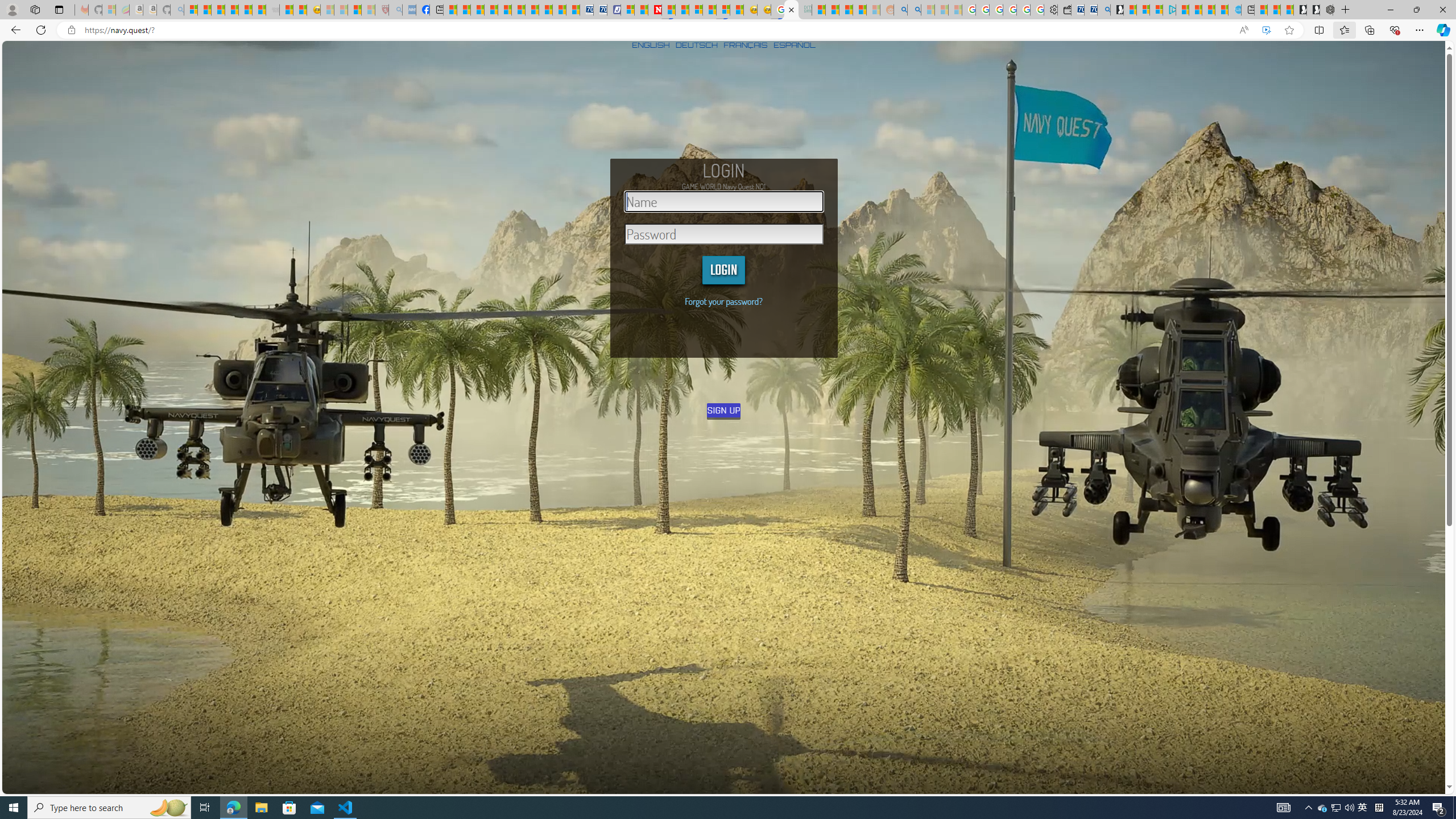 This screenshot has height=819, width=1456. What do you see at coordinates (1234, 9) in the screenshot?
I see `'Home | Sky Blue Bikes - Sky Blue Bikes'` at bounding box center [1234, 9].